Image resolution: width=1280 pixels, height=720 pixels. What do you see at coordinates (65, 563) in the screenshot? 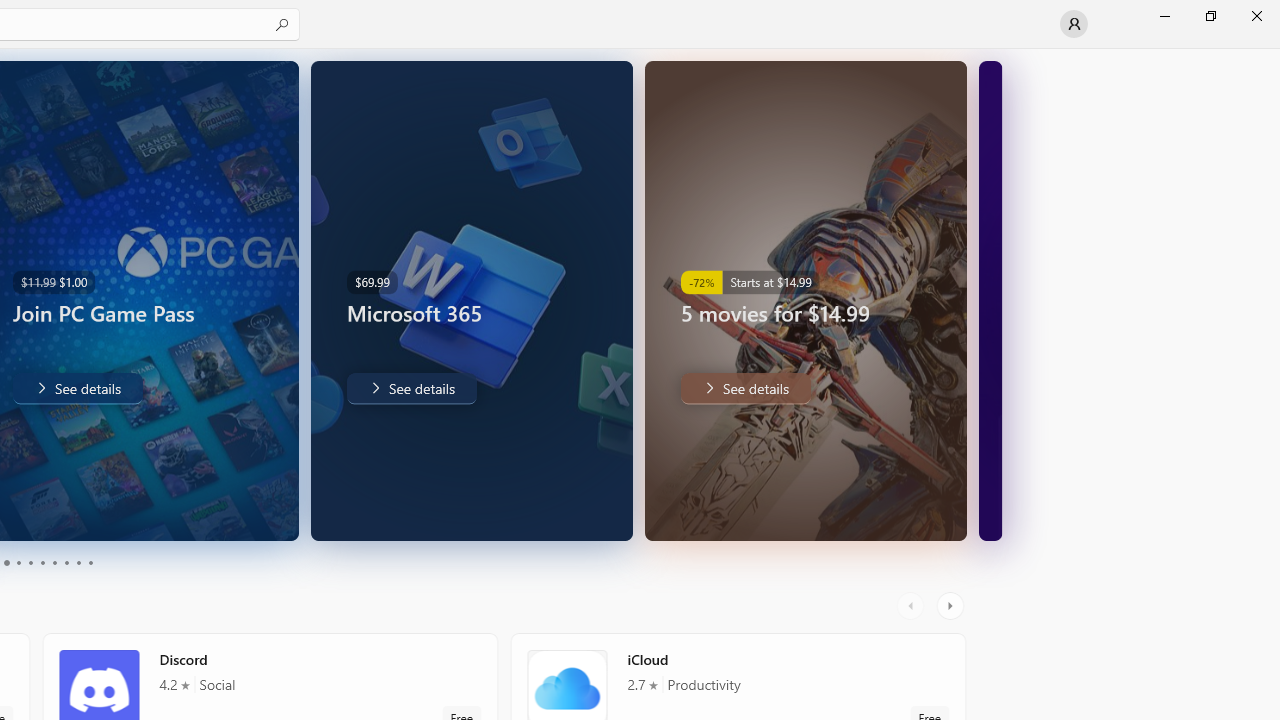
I see `'Page 8'` at bounding box center [65, 563].